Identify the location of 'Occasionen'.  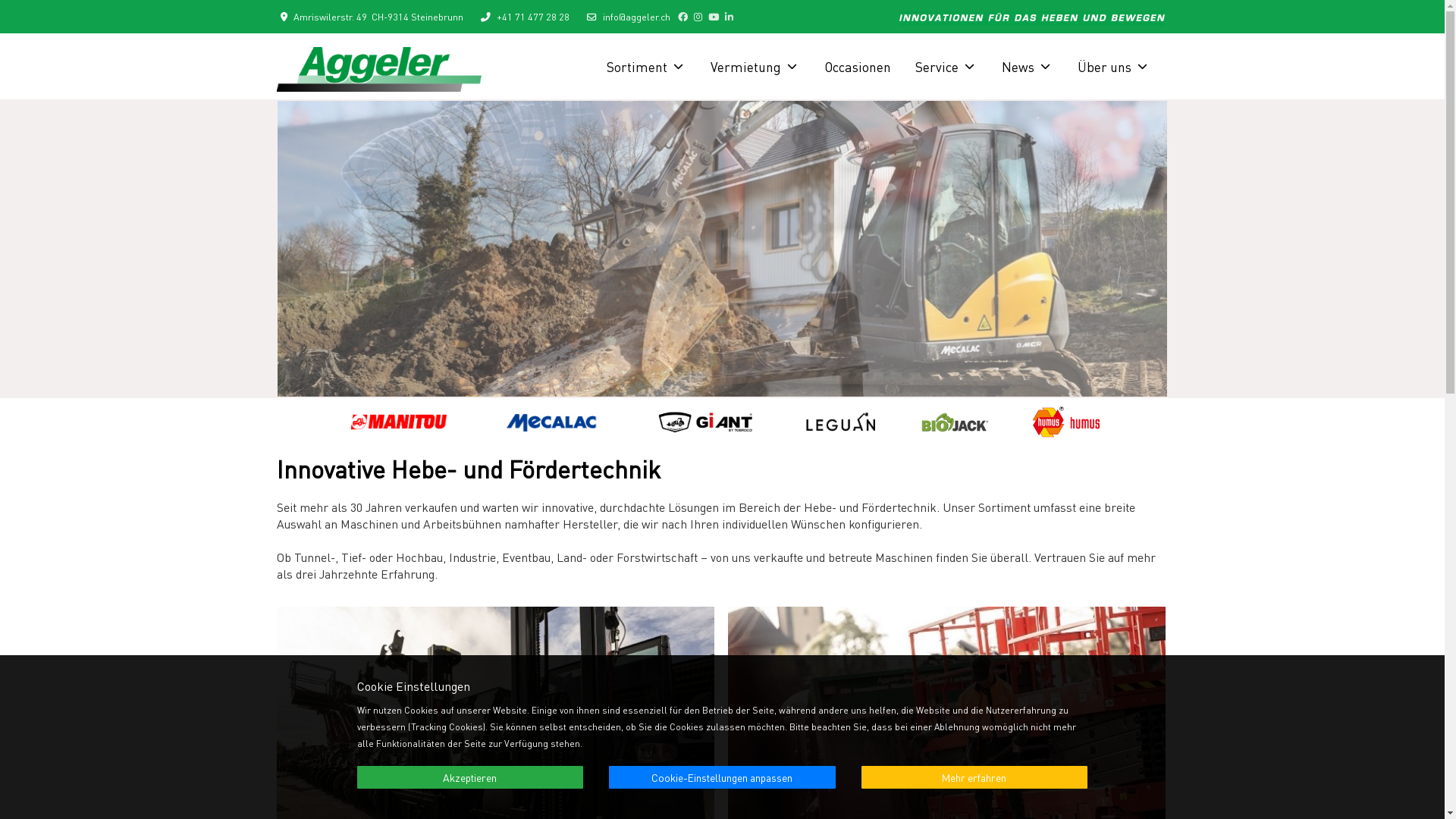
(811, 66).